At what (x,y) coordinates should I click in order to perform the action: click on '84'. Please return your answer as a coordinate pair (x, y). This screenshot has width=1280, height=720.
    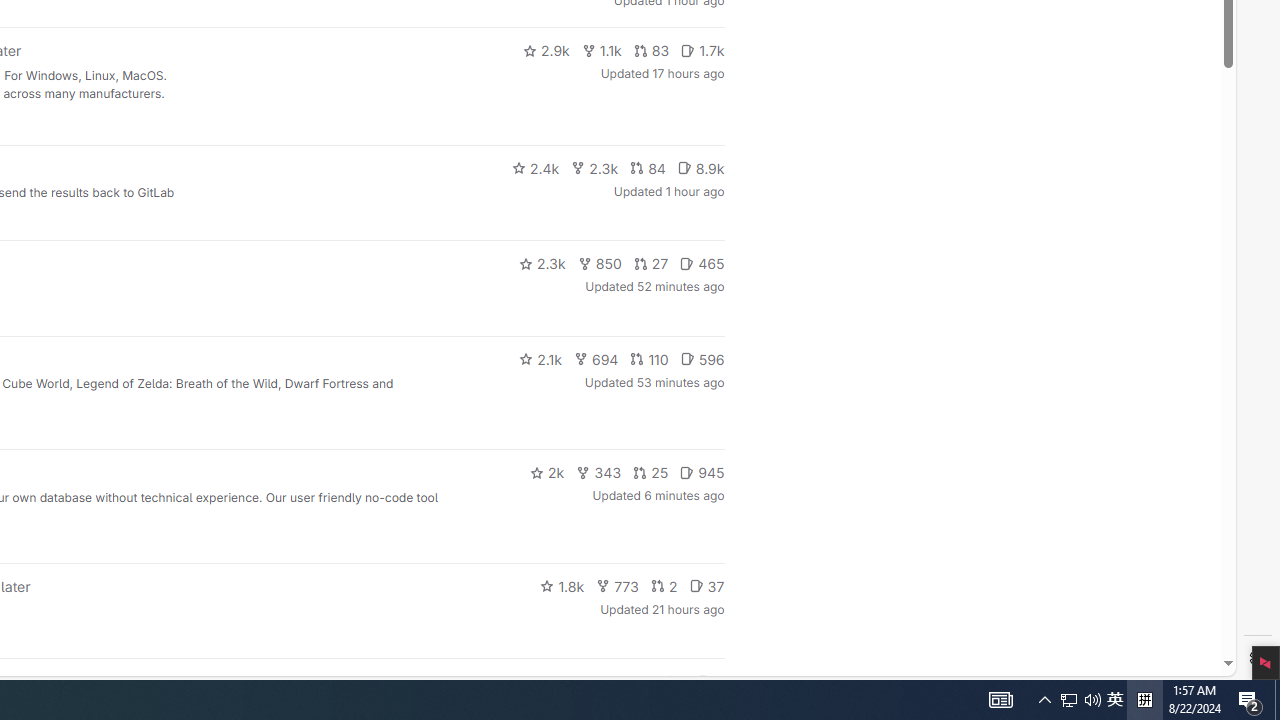
    Looking at the image, I should click on (647, 167).